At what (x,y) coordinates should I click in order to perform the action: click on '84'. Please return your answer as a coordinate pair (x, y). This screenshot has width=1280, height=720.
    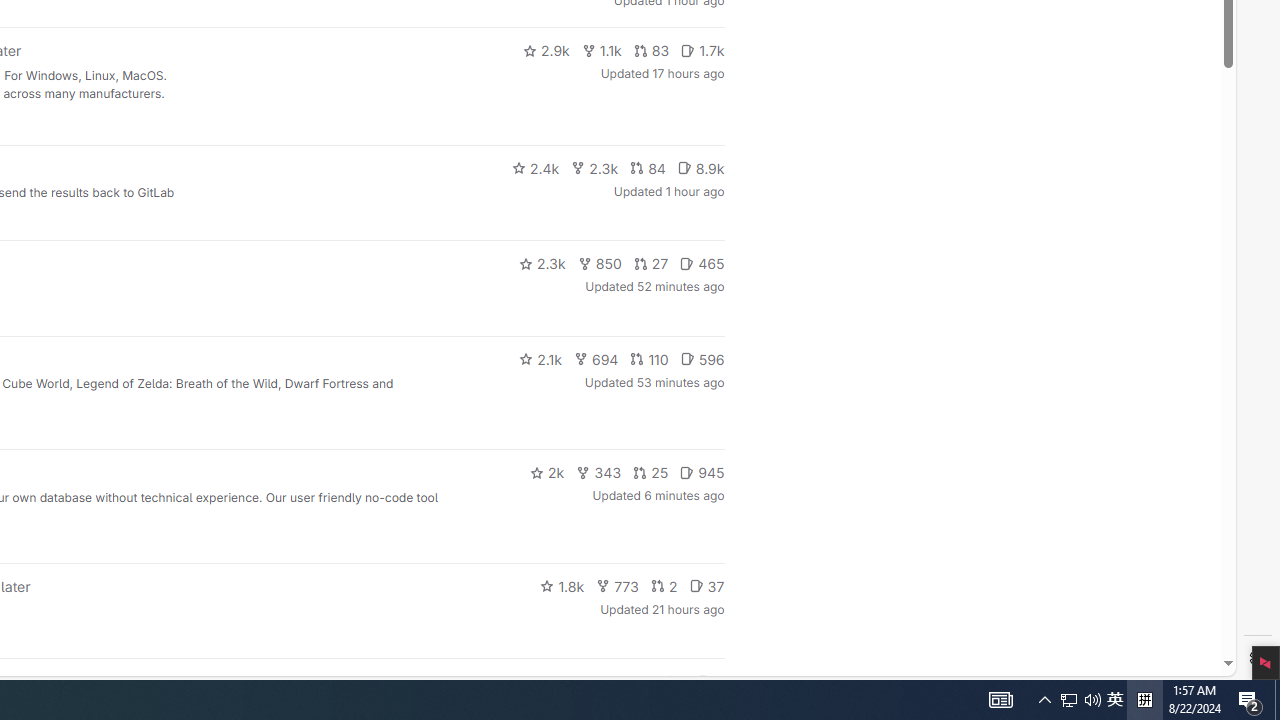
    Looking at the image, I should click on (647, 167).